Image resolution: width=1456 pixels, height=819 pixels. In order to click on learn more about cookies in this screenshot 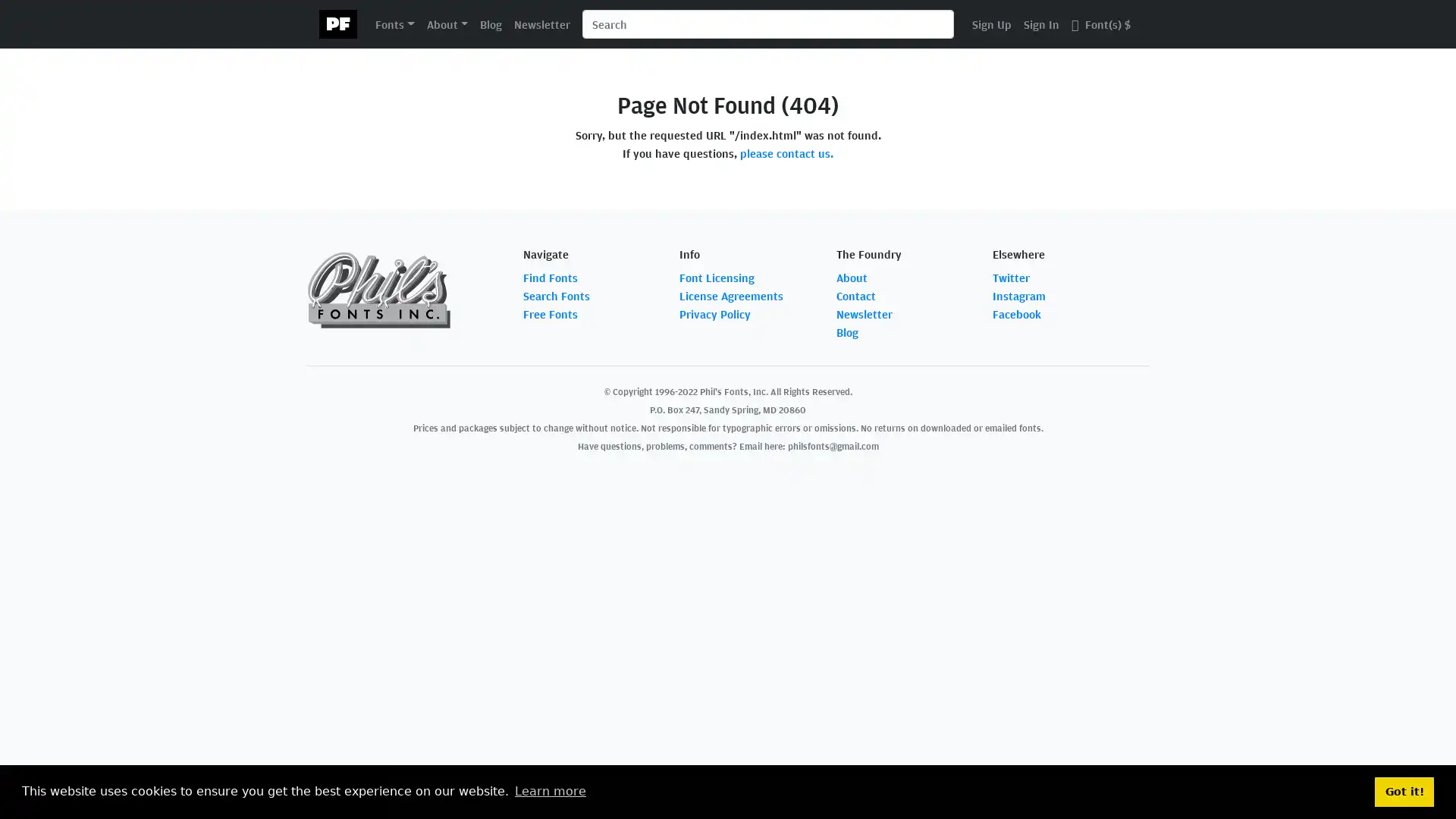, I will do `click(549, 791)`.